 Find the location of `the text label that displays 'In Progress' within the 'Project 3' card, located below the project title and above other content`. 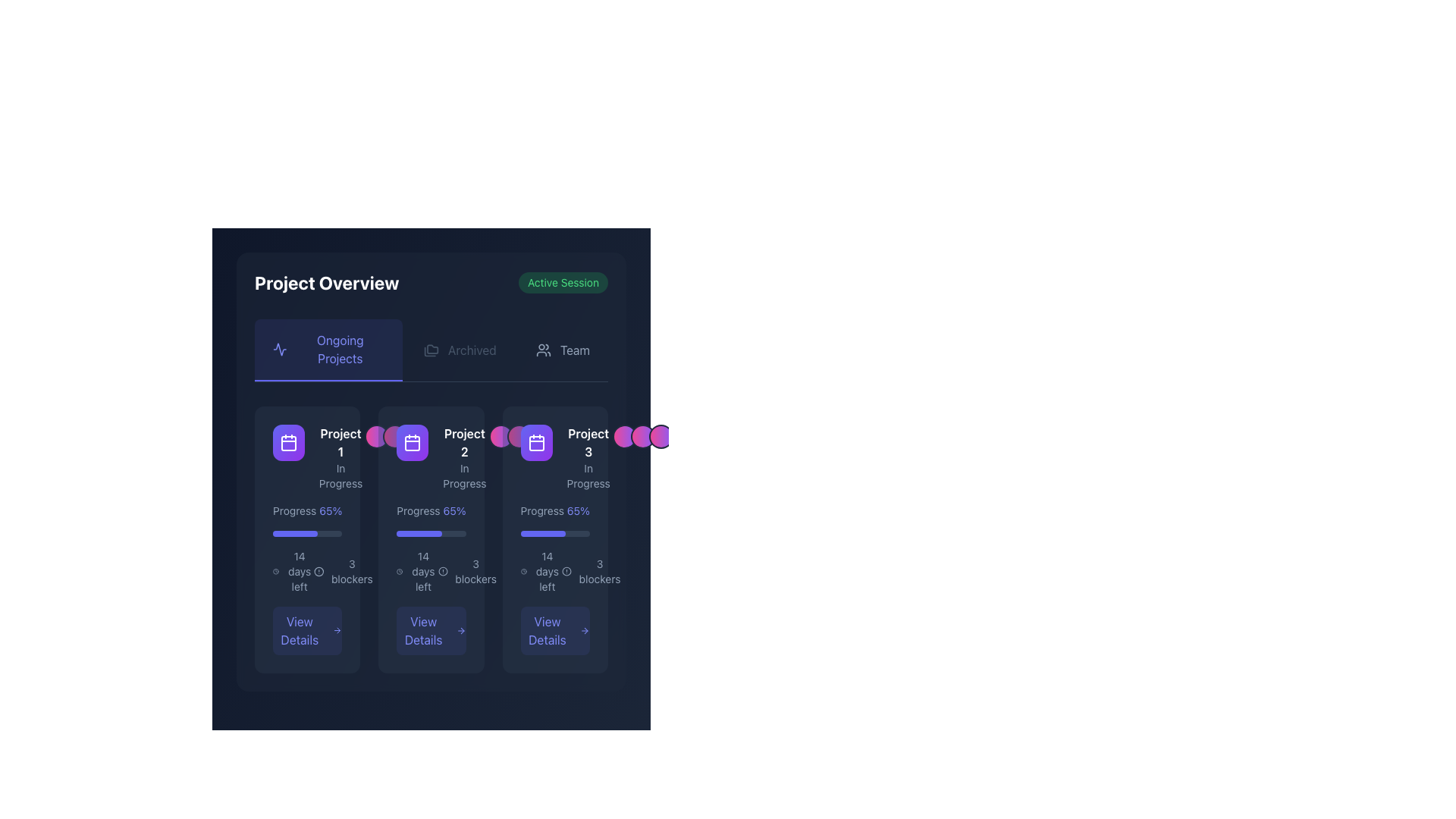

the text label that displays 'In Progress' within the 'Project 3' card, located below the project title and above other content is located at coordinates (588, 475).